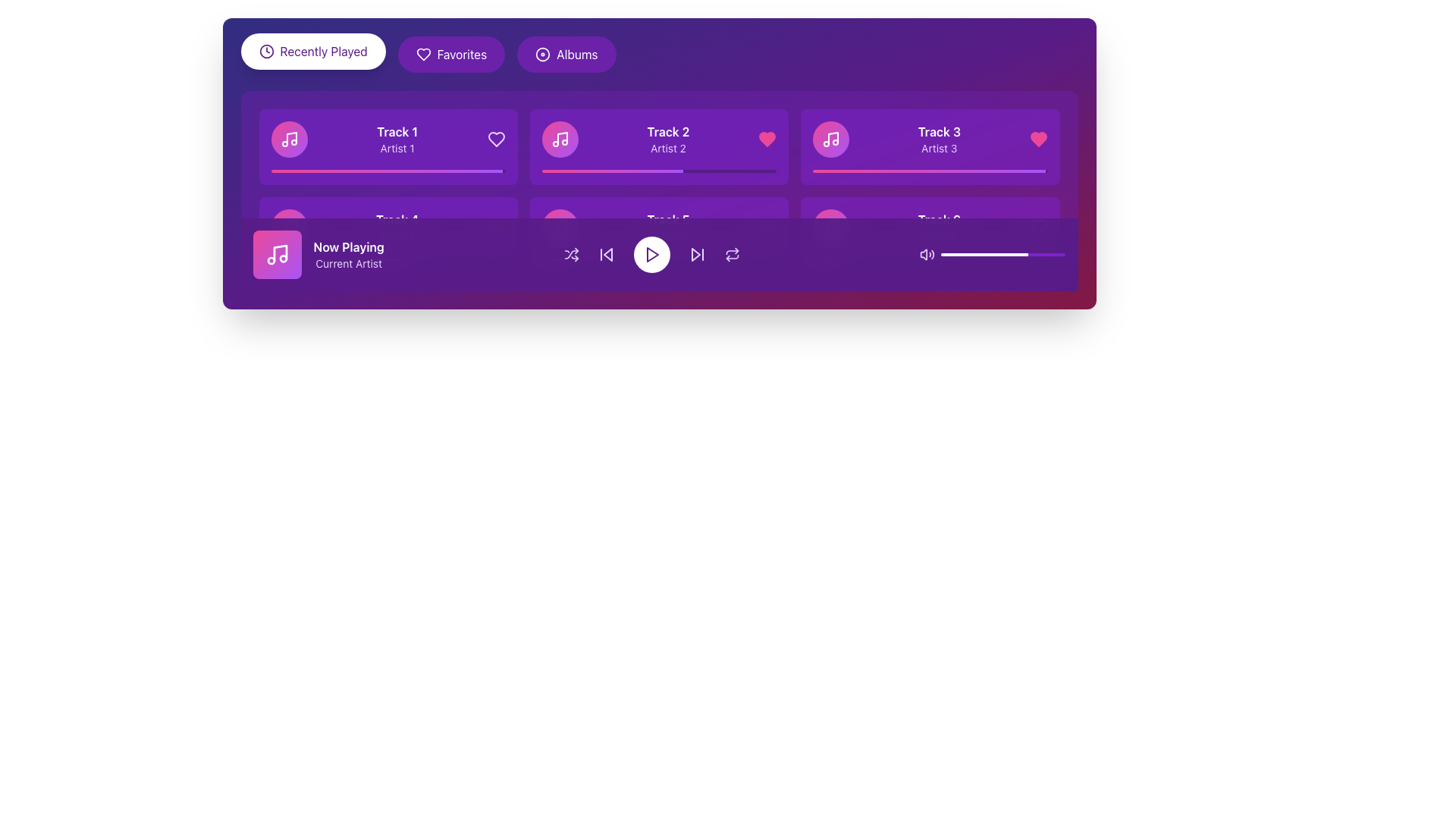 The width and height of the screenshot is (1456, 819). Describe the element at coordinates (461, 54) in the screenshot. I see `the 'Favorites' text label within the rounded button in the top navigation bar for accessibility navigation` at that location.